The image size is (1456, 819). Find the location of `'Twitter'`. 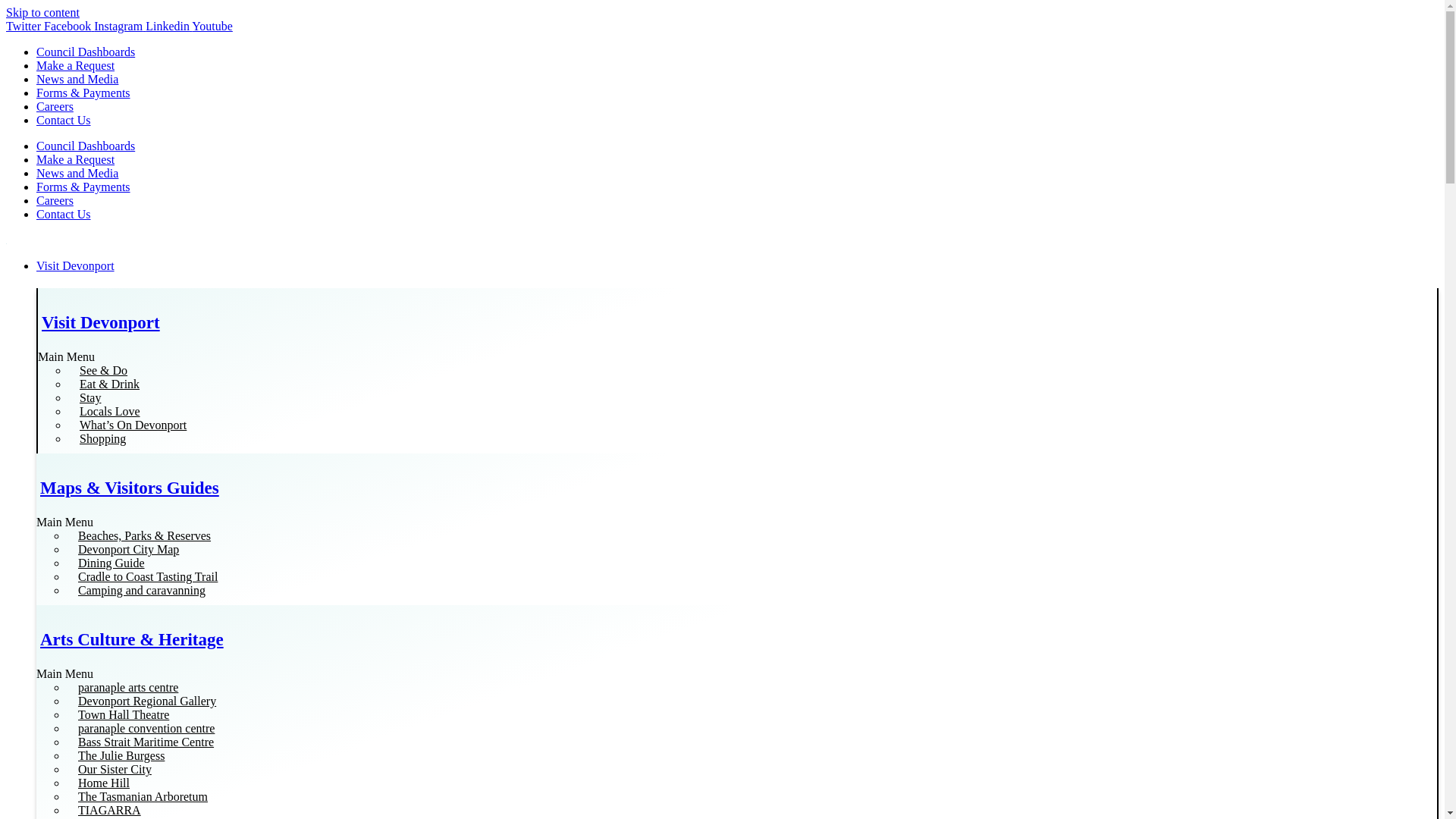

'Twitter' is located at coordinates (6, 26).